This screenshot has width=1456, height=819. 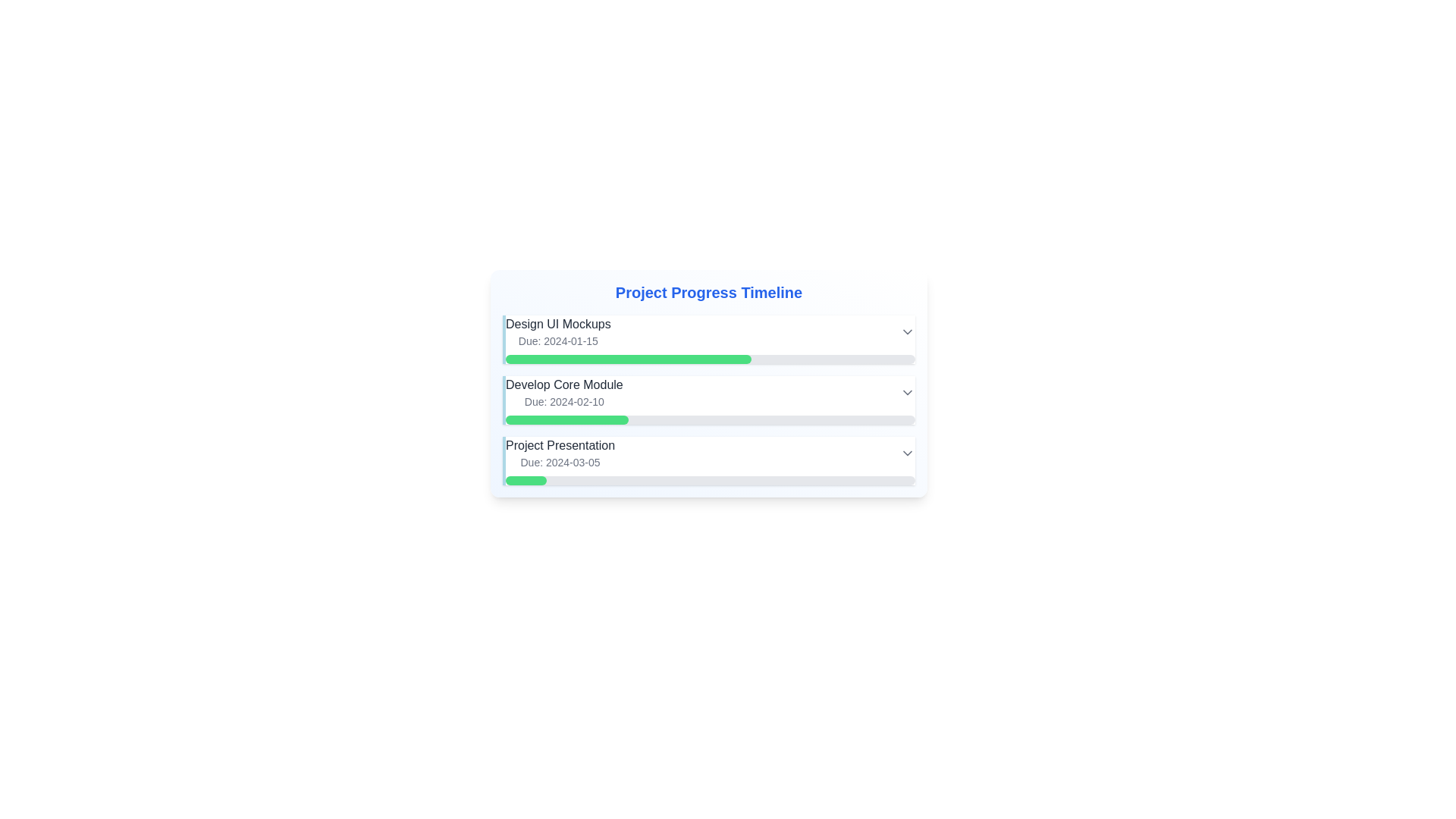 What do you see at coordinates (907, 391) in the screenshot?
I see `the dropdown trigger icon located on the far right side of the 'Develop Core Module' task row` at bounding box center [907, 391].